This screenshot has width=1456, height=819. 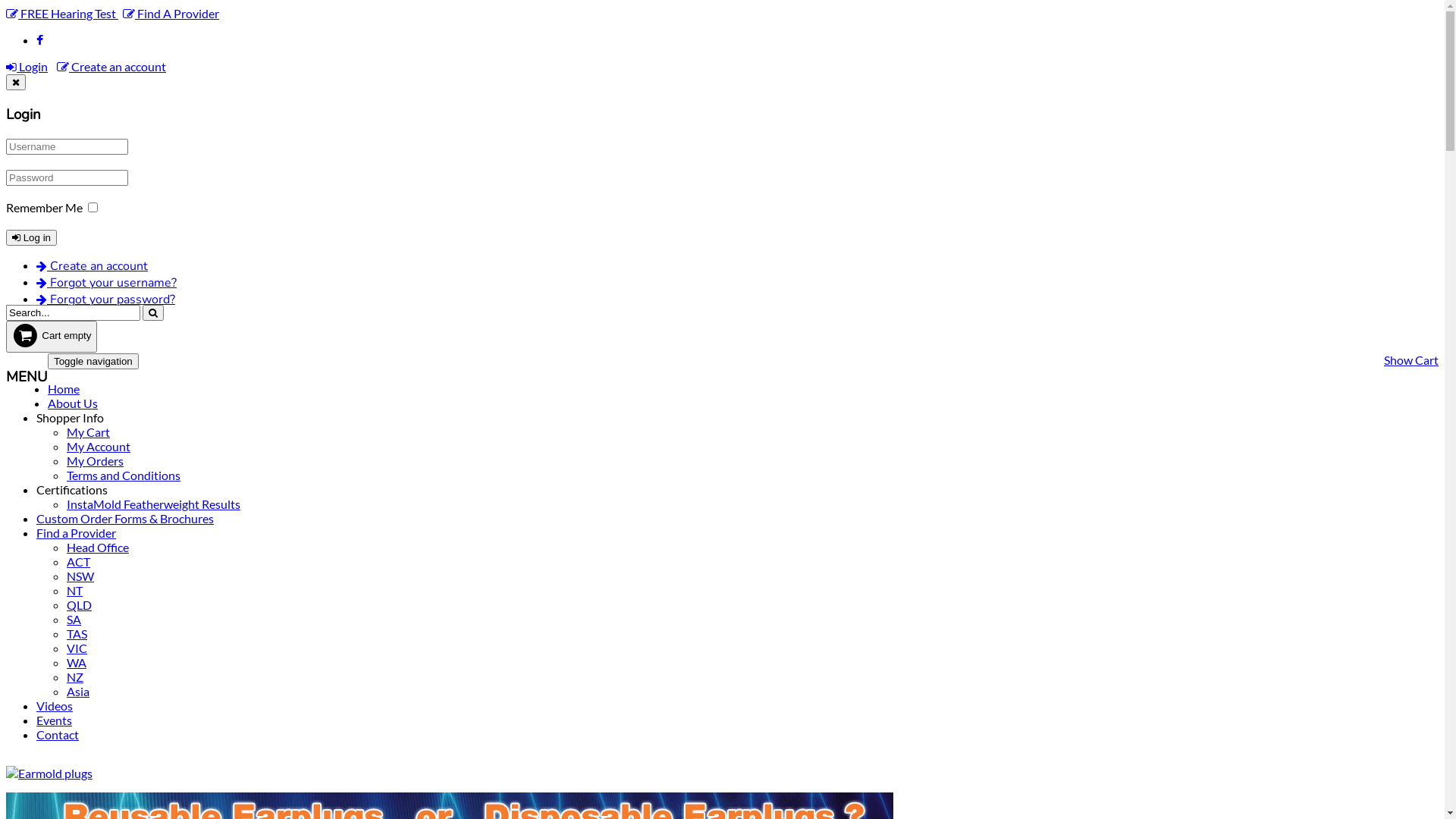 What do you see at coordinates (65, 691) in the screenshot?
I see `'Asia'` at bounding box center [65, 691].